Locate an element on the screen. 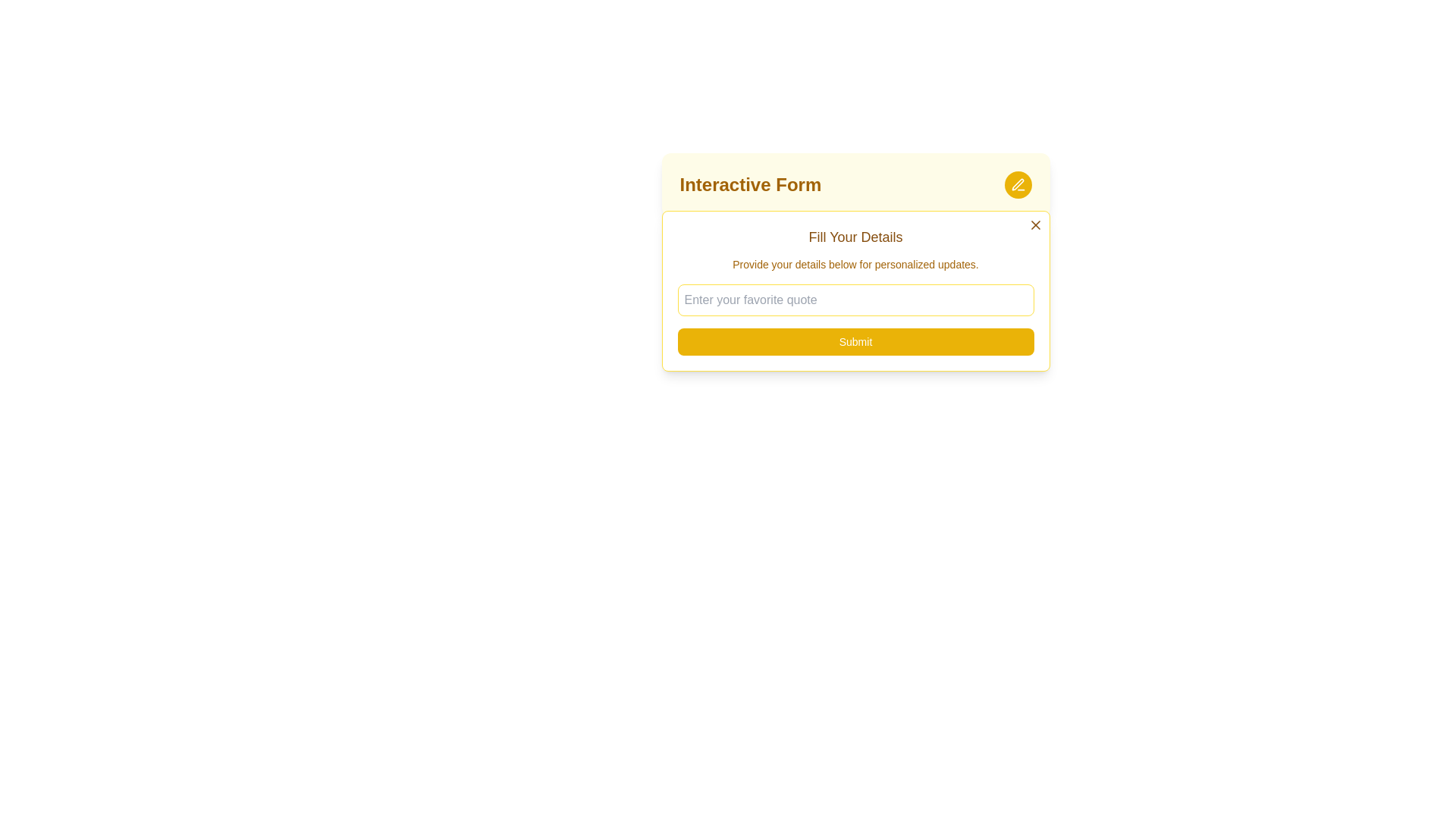 The width and height of the screenshot is (1456, 819). the 'Submit' button with a yellow background and white text is located at coordinates (855, 342).